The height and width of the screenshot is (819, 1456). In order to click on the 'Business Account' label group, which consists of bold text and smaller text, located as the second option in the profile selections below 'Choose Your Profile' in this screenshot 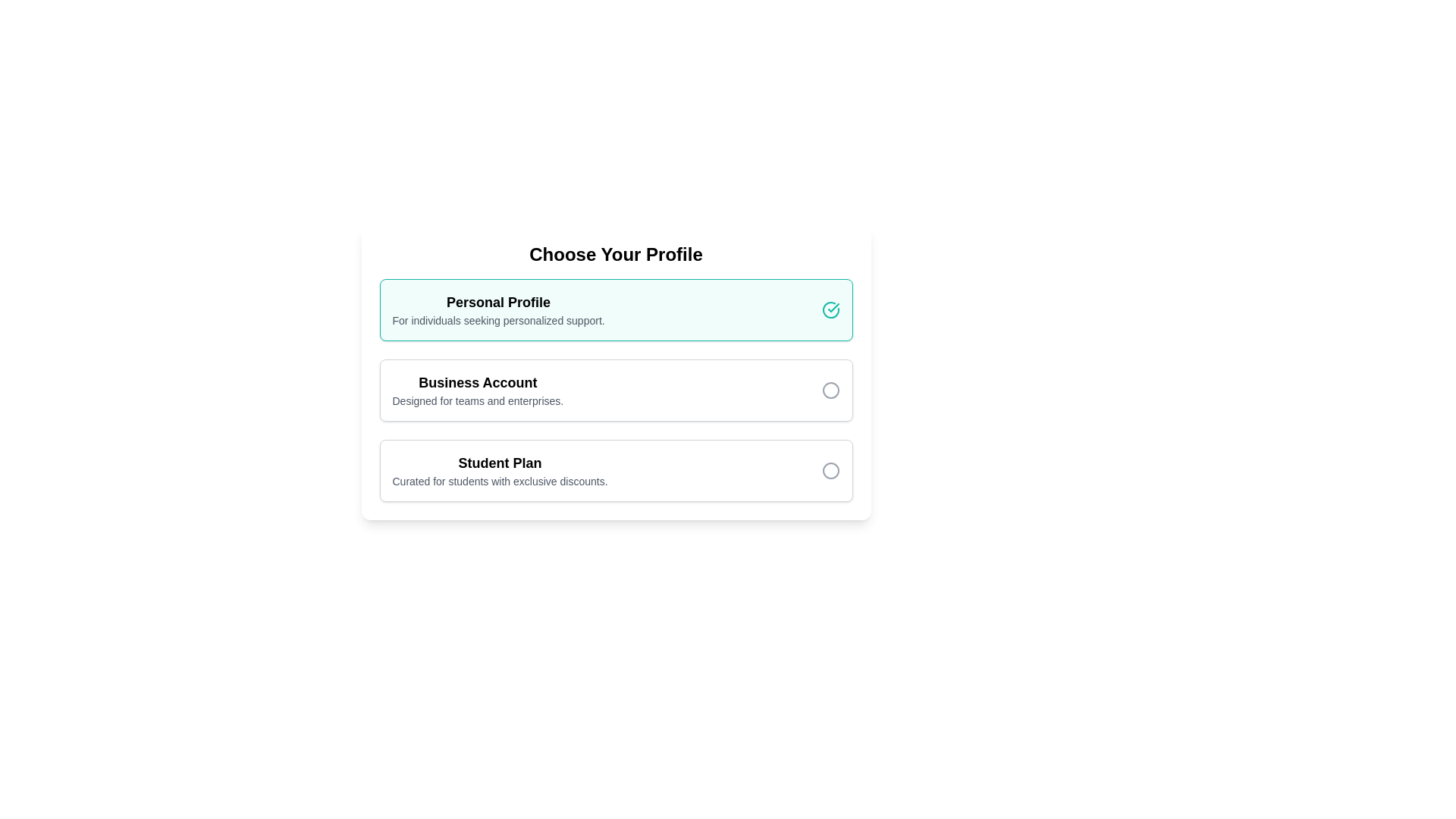, I will do `click(477, 390)`.